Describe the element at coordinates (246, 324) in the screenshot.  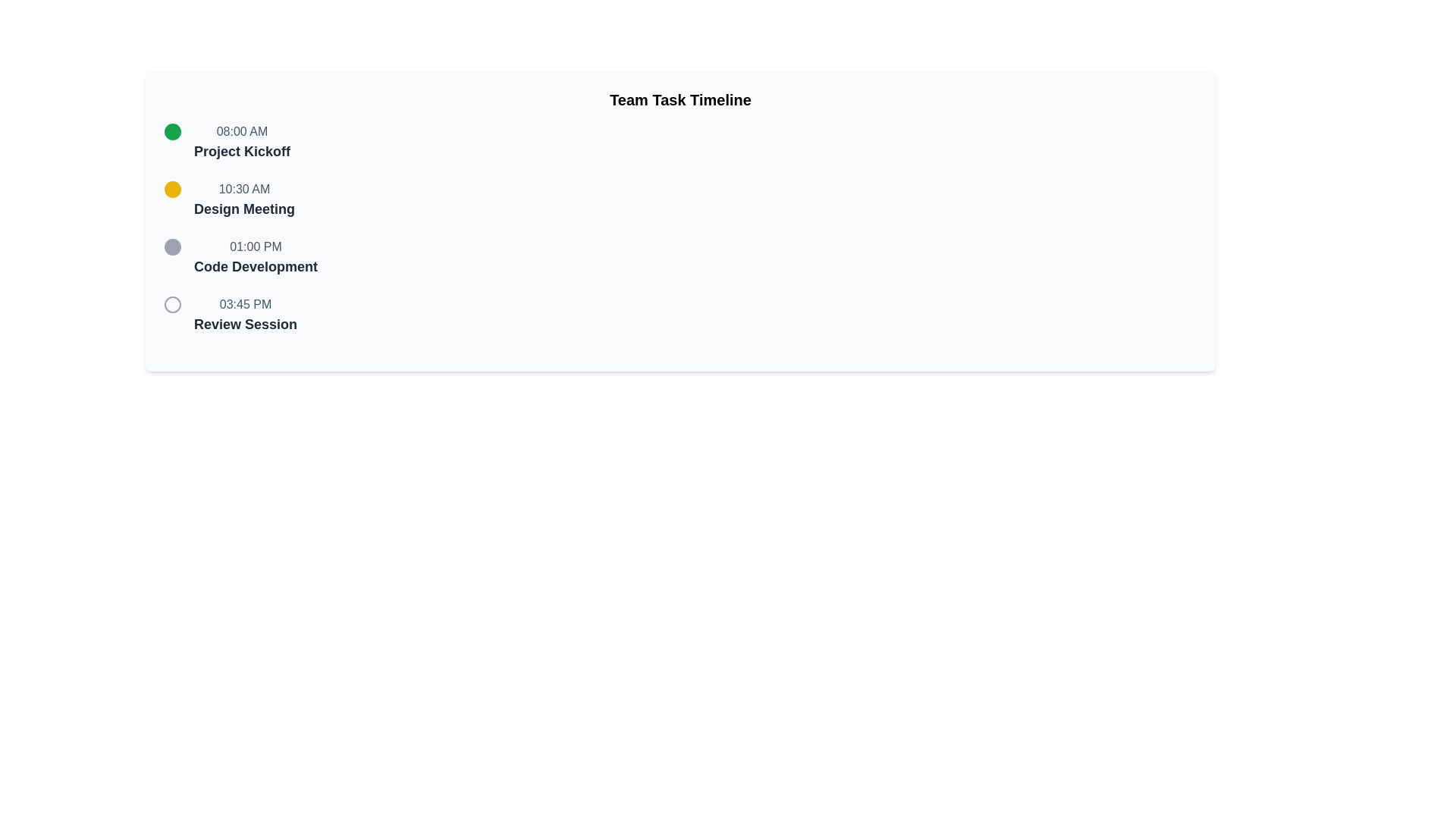
I see `'Review Session' text label located in the fourth section of the timeline list, below the '03:45 PM' timestamp and aligned to the right of the circular marker` at that location.